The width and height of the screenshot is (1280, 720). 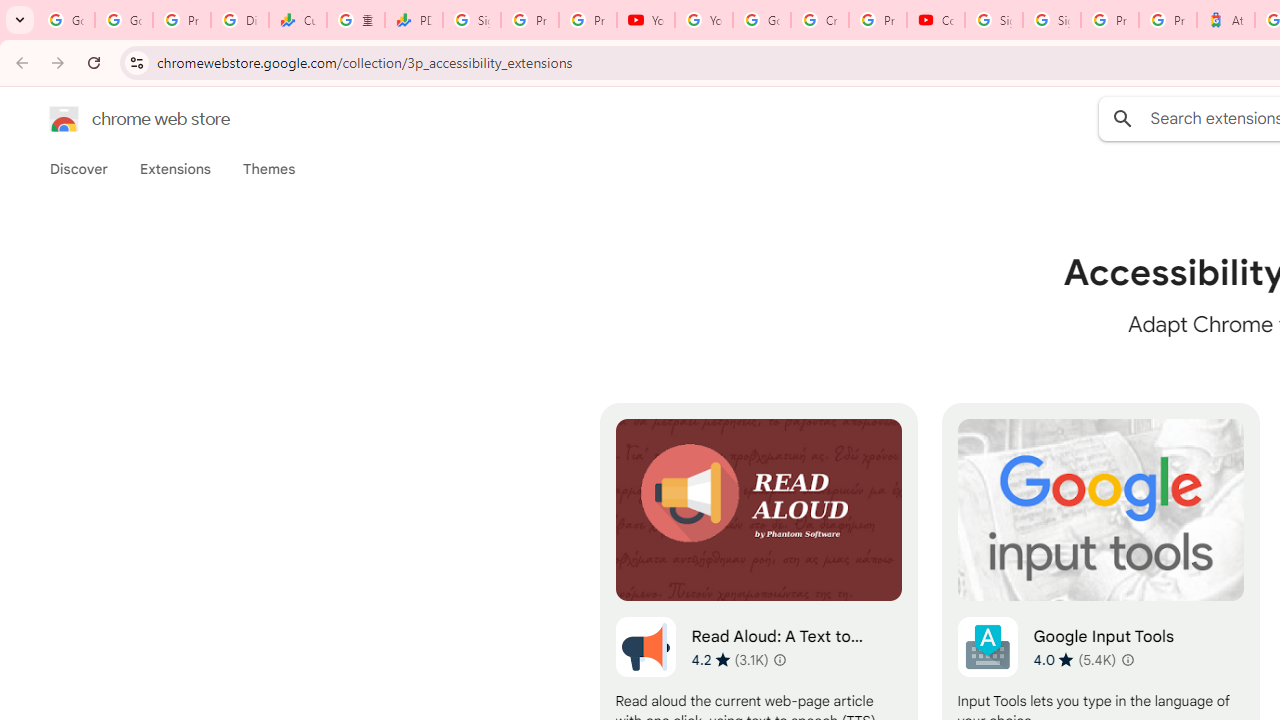 I want to click on 'Google Account Help', so click(x=761, y=20).